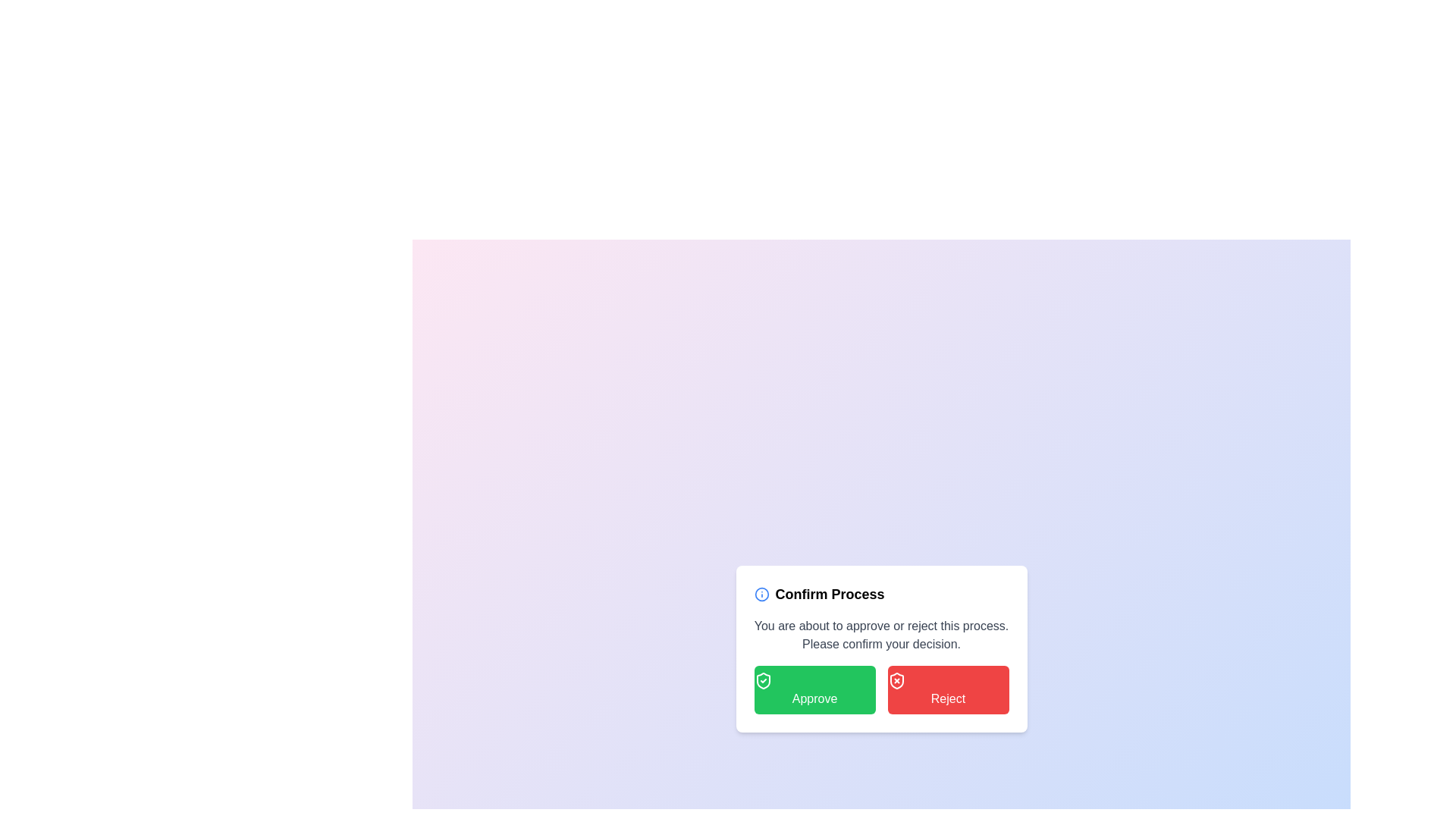  Describe the element at coordinates (896, 680) in the screenshot. I see `the shield icon with a checked overlay styled in red and featuring a white cross, located within the 'Reject' button` at that location.